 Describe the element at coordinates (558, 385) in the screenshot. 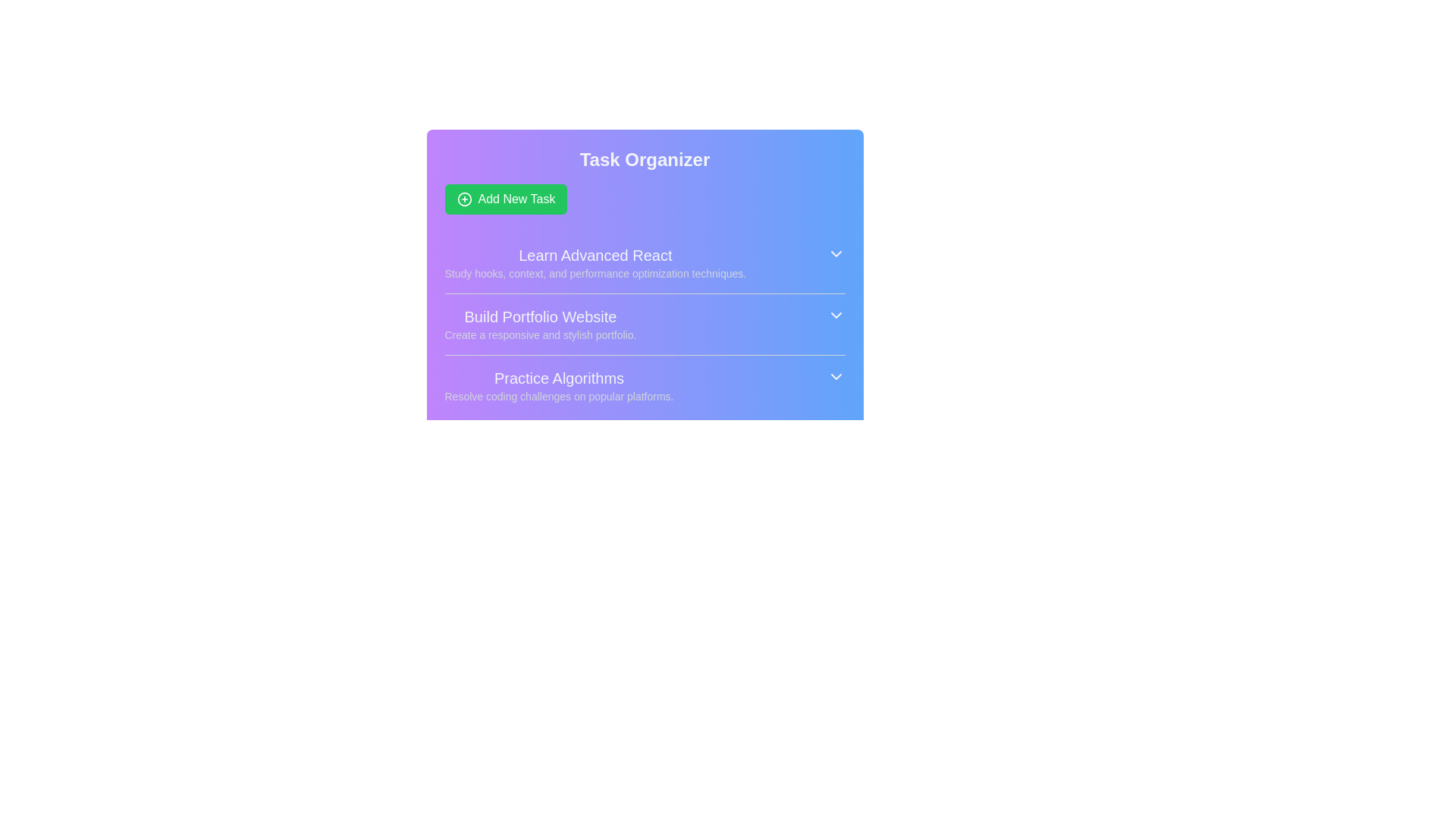

I see `the Text element that serves as a title and description for a task item related to practicing algorithms in the 'Task Organizer' interface` at that location.